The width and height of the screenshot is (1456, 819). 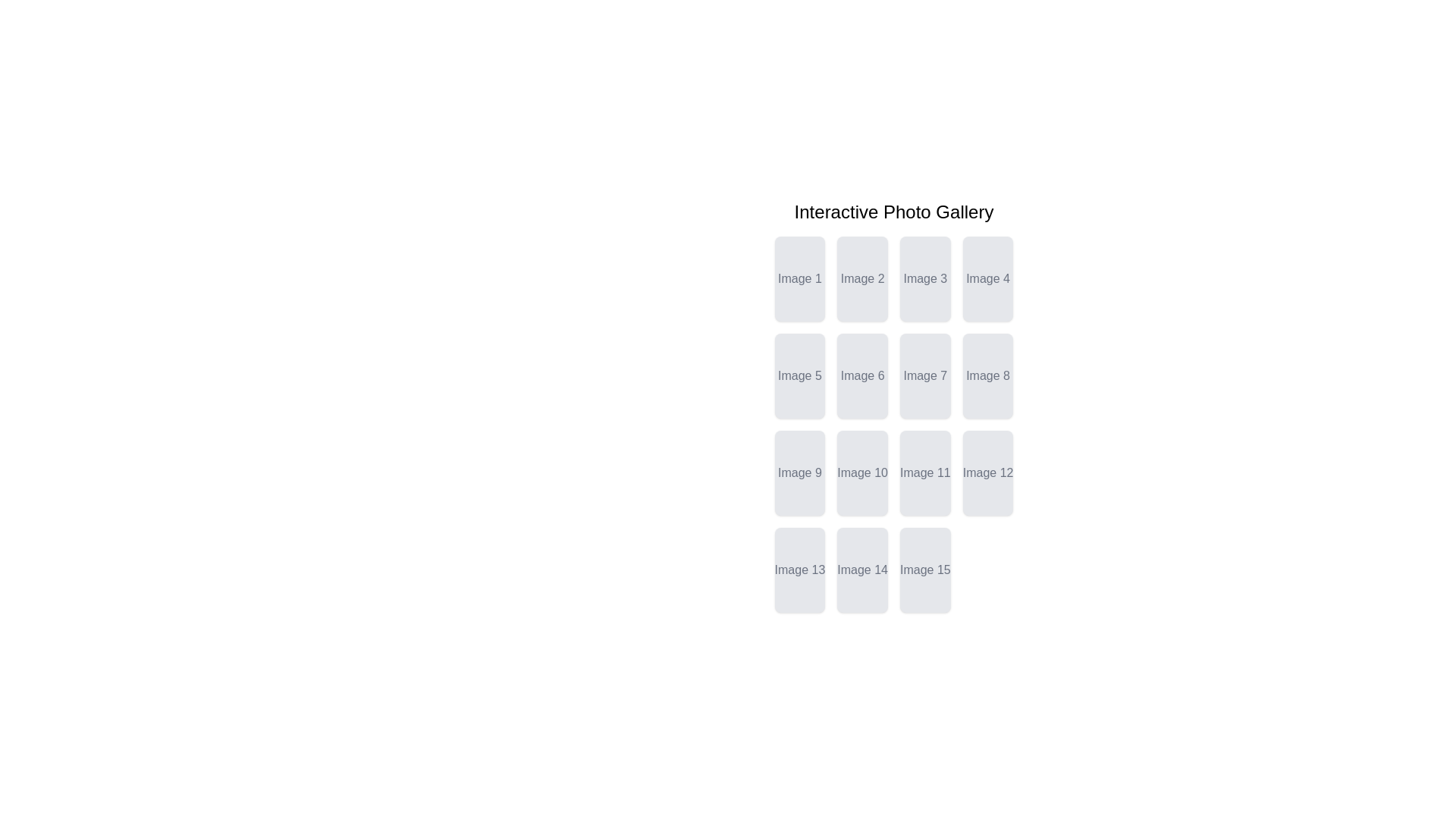 What do you see at coordinates (799, 596) in the screenshot?
I see `the button for keyboard interaction that allows users to add or view comments associated with 'Image 13' in the photo gallery interface` at bounding box center [799, 596].